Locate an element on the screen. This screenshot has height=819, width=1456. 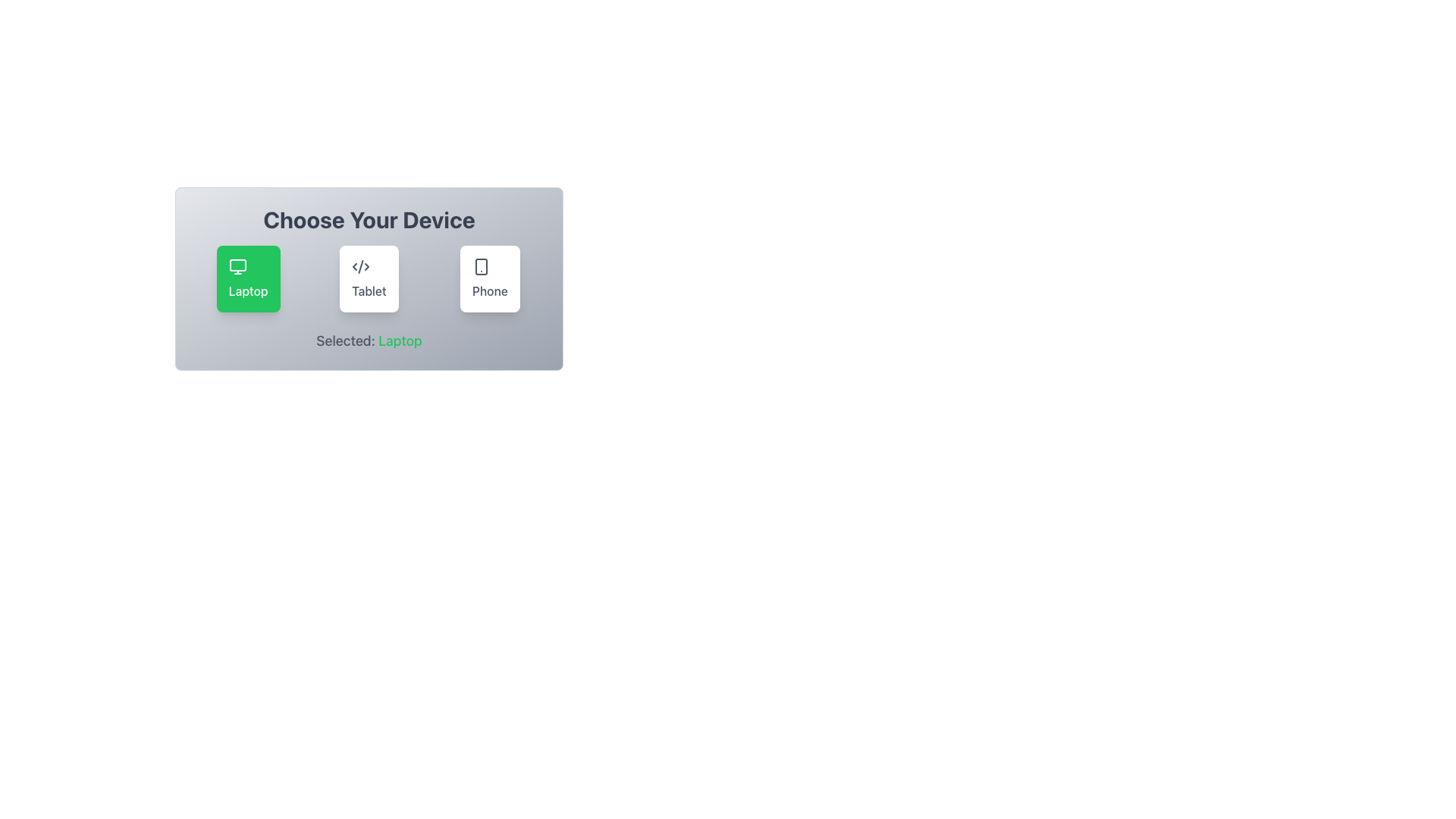
the 'Tablet' button, which is the second card in a row of three cards is located at coordinates (369, 278).